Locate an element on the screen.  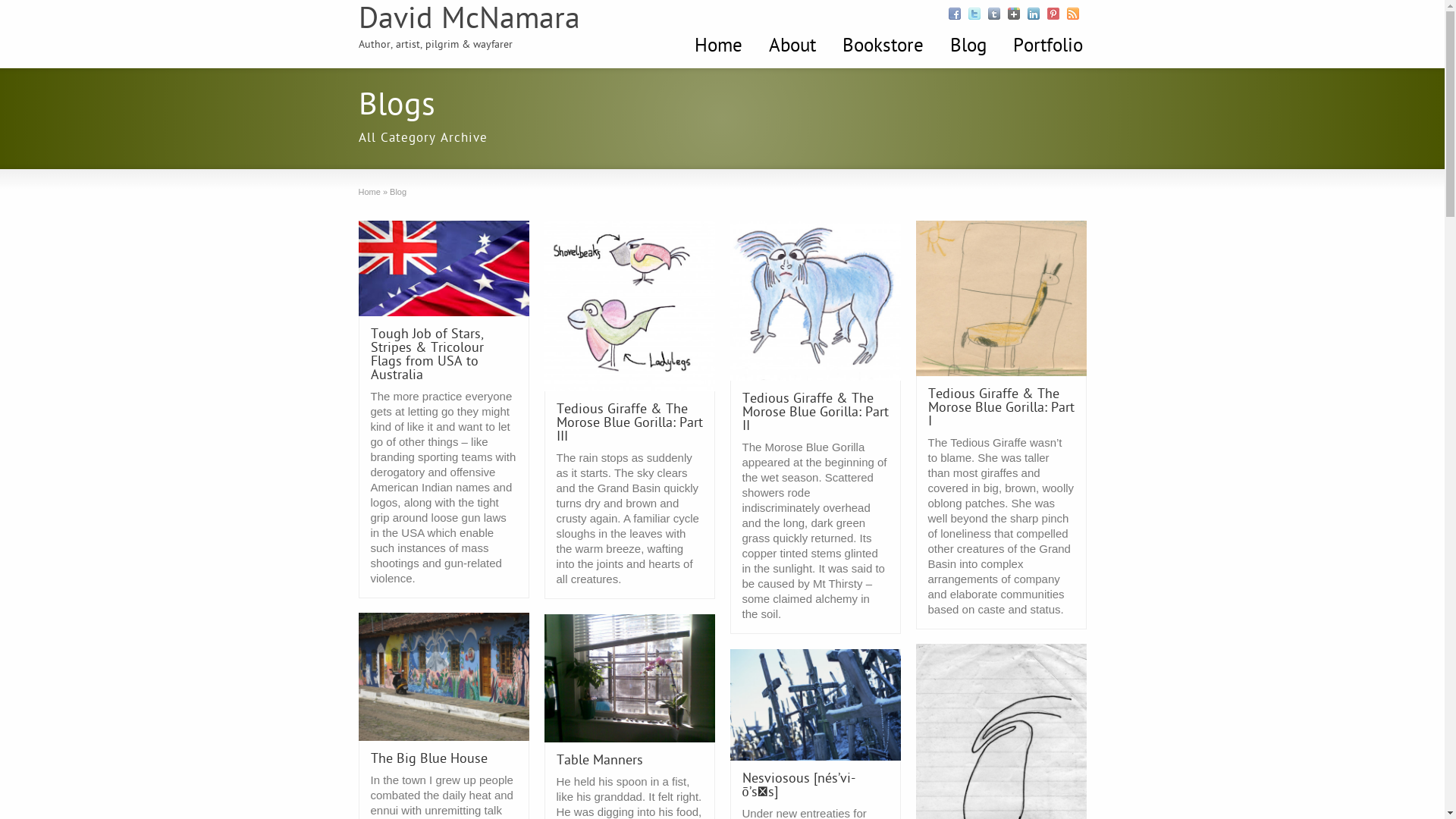
'Follow Me Pinterest' is located at coordinates (1051, 14).